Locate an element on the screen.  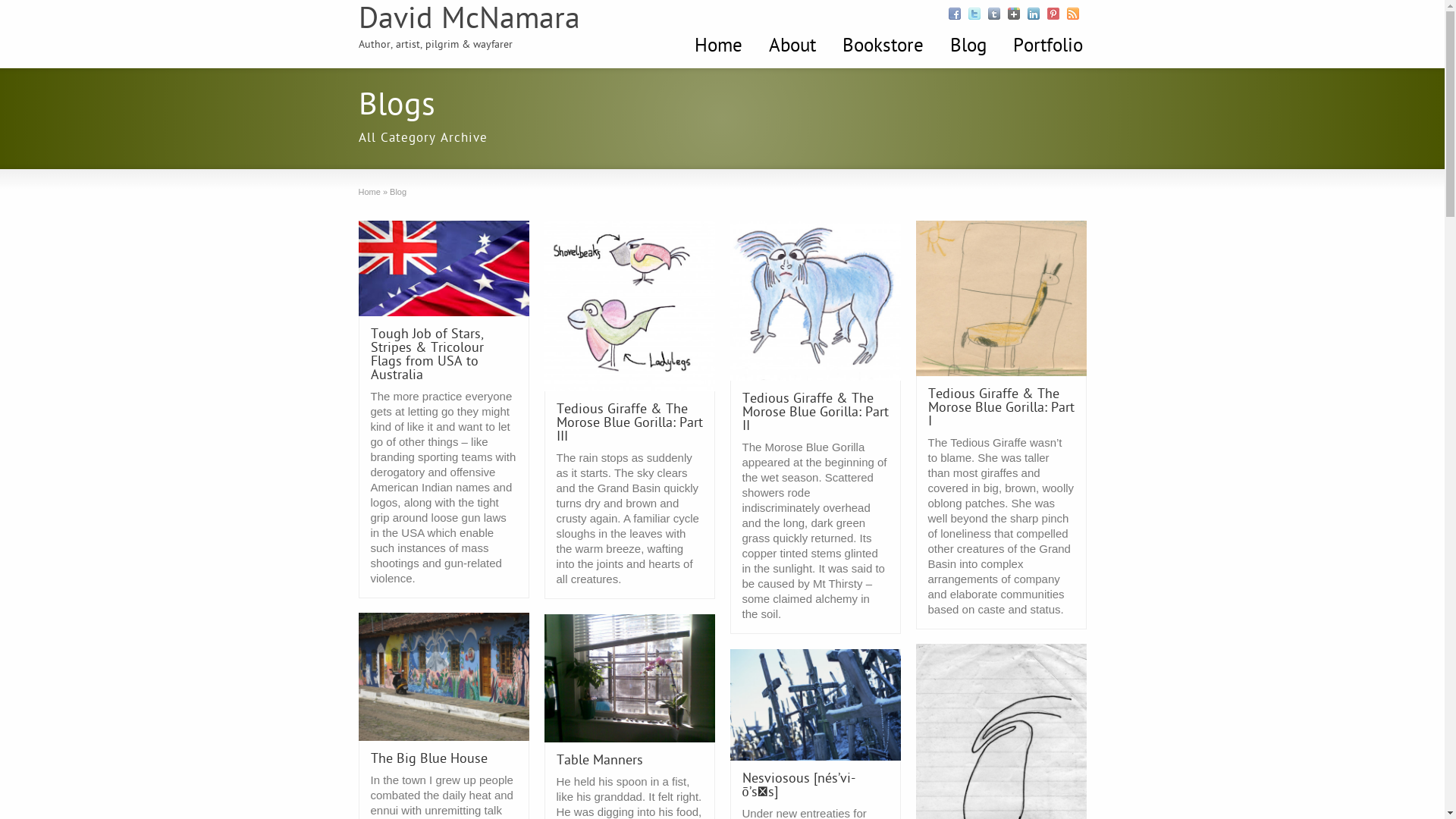
'Follow Me Pinterest' is located at coordinates (1051, 14).